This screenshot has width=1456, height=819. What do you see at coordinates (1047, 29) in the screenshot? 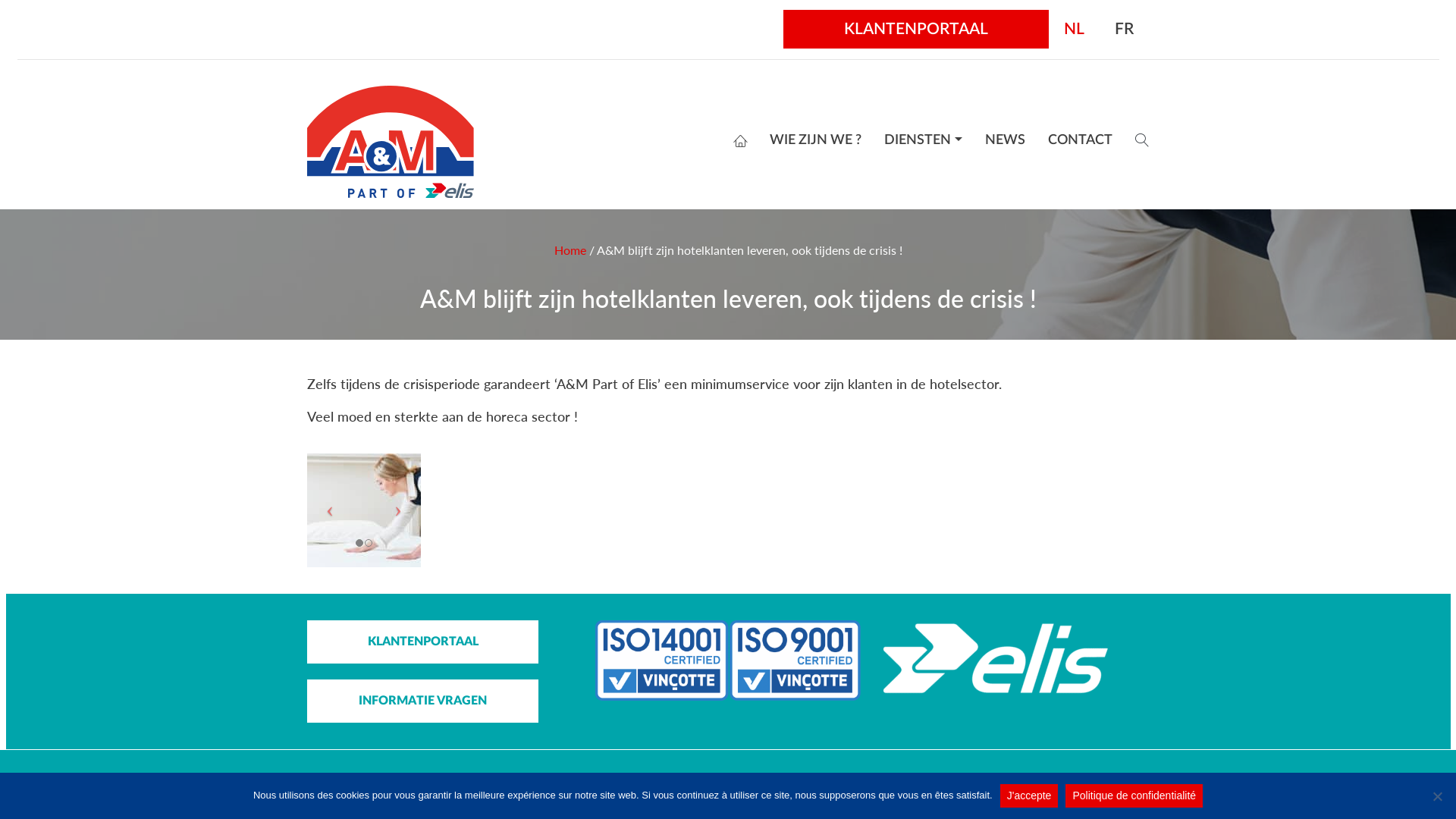
I see `'NL'` at bounding box center [1047, 29].